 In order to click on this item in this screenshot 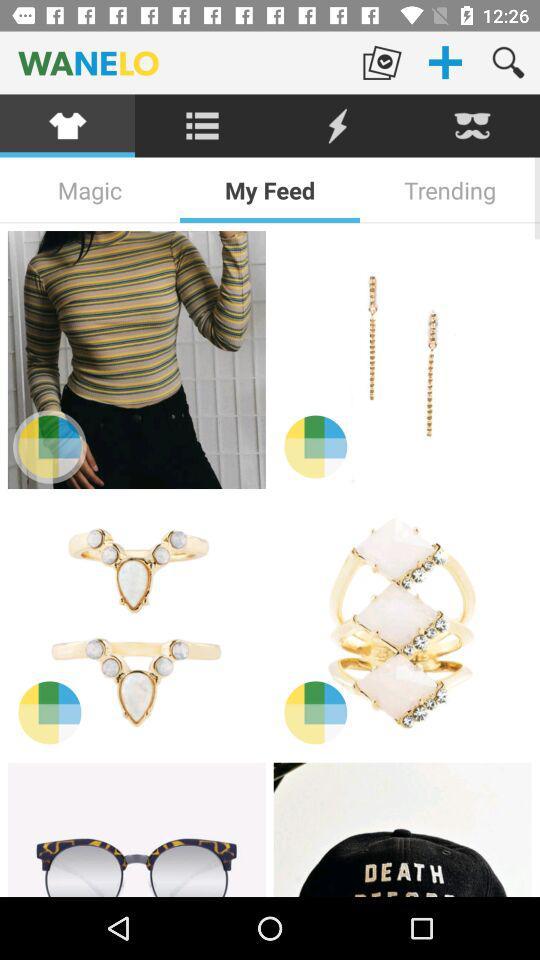, I will do `click(402, 624)`.